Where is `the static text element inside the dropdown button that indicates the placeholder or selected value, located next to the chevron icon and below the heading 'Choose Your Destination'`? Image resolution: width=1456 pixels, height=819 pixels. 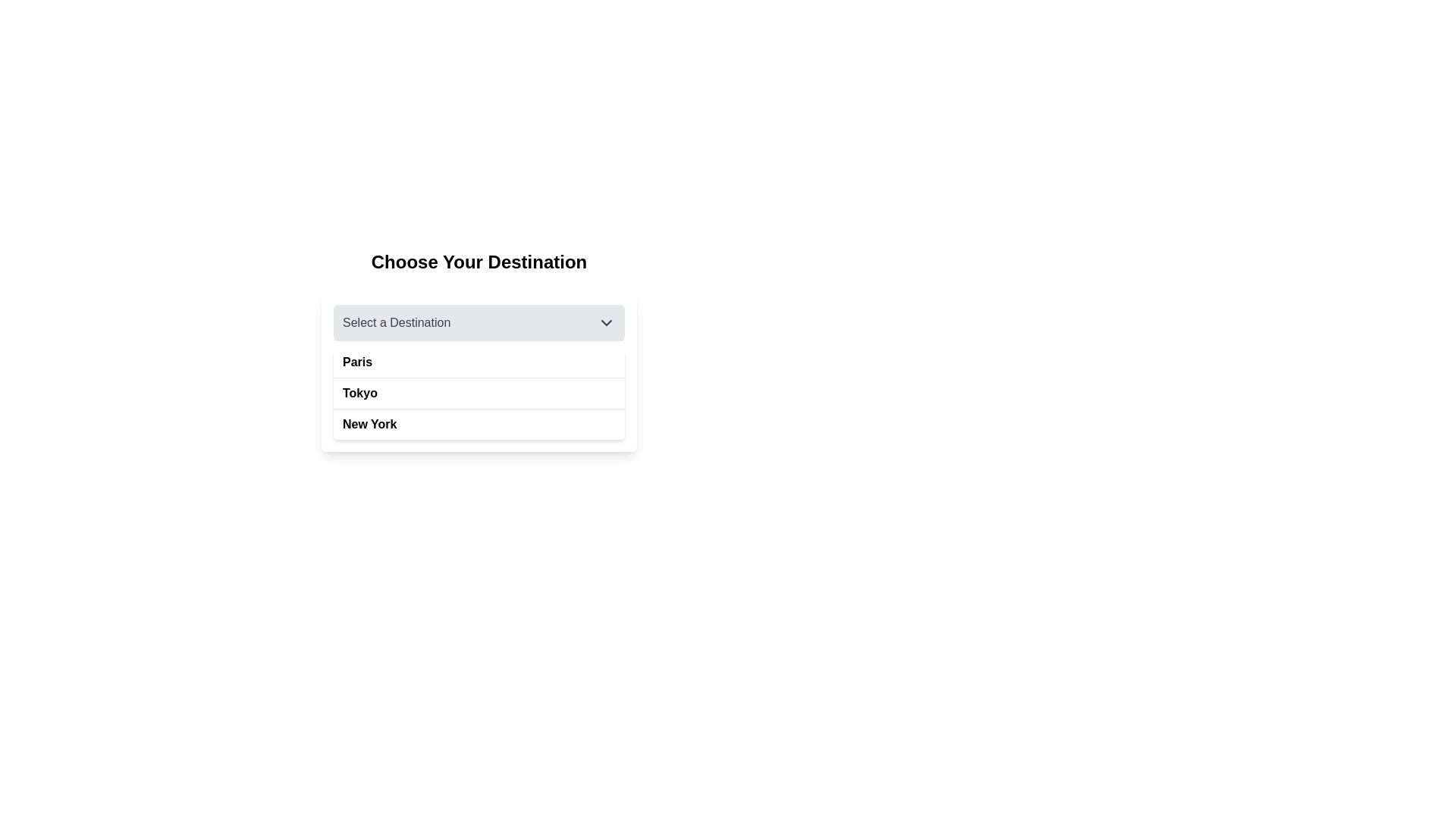 the static text element inside the dropdown button that indicates the placeholder or selected value, located next to the chevron icon and below the heading 'Choose Your Destination' is located at coordinates (397, 322).